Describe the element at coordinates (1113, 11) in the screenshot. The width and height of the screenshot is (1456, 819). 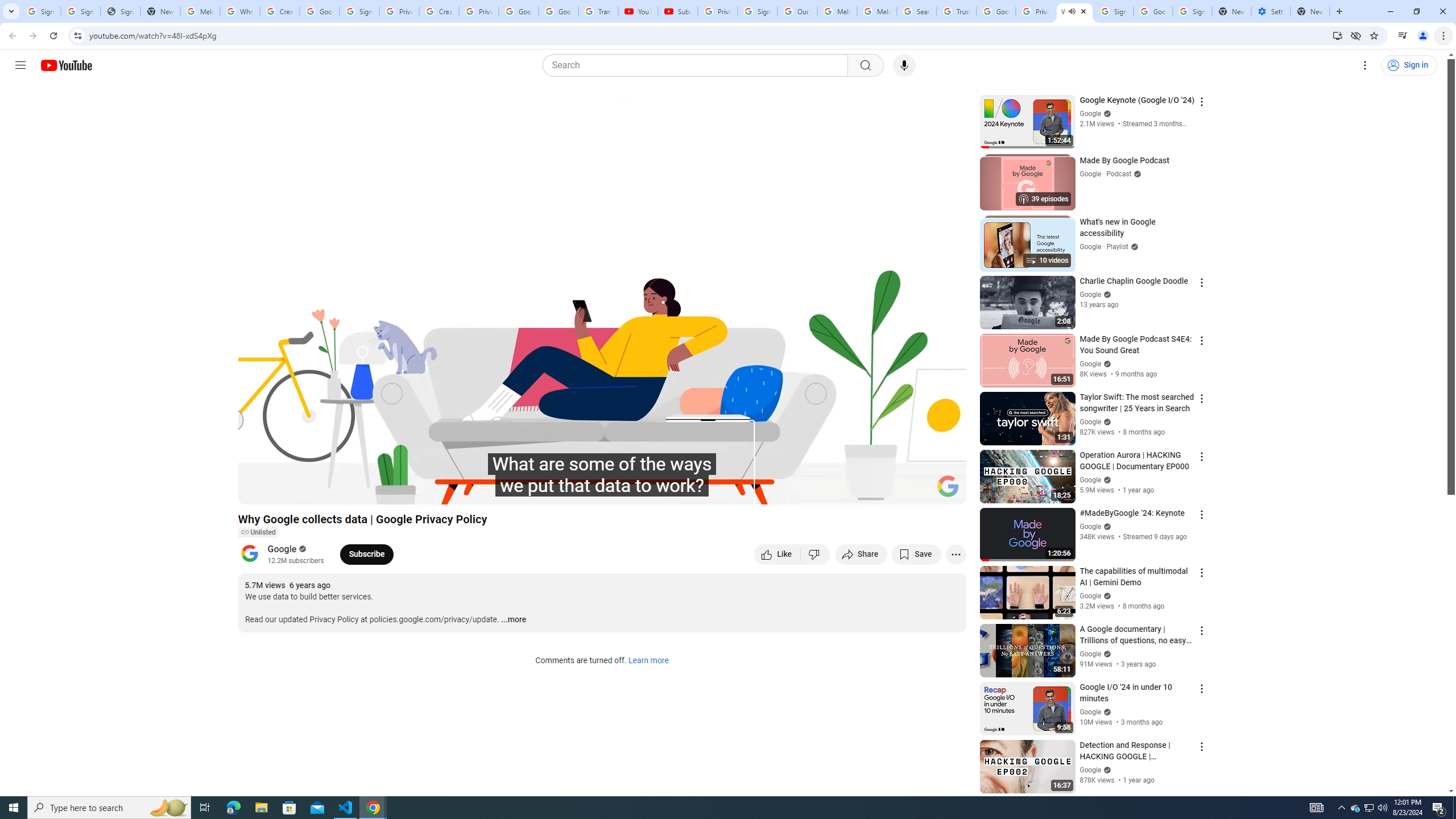
I see `'Sign in - Google Accounts'` at that location.